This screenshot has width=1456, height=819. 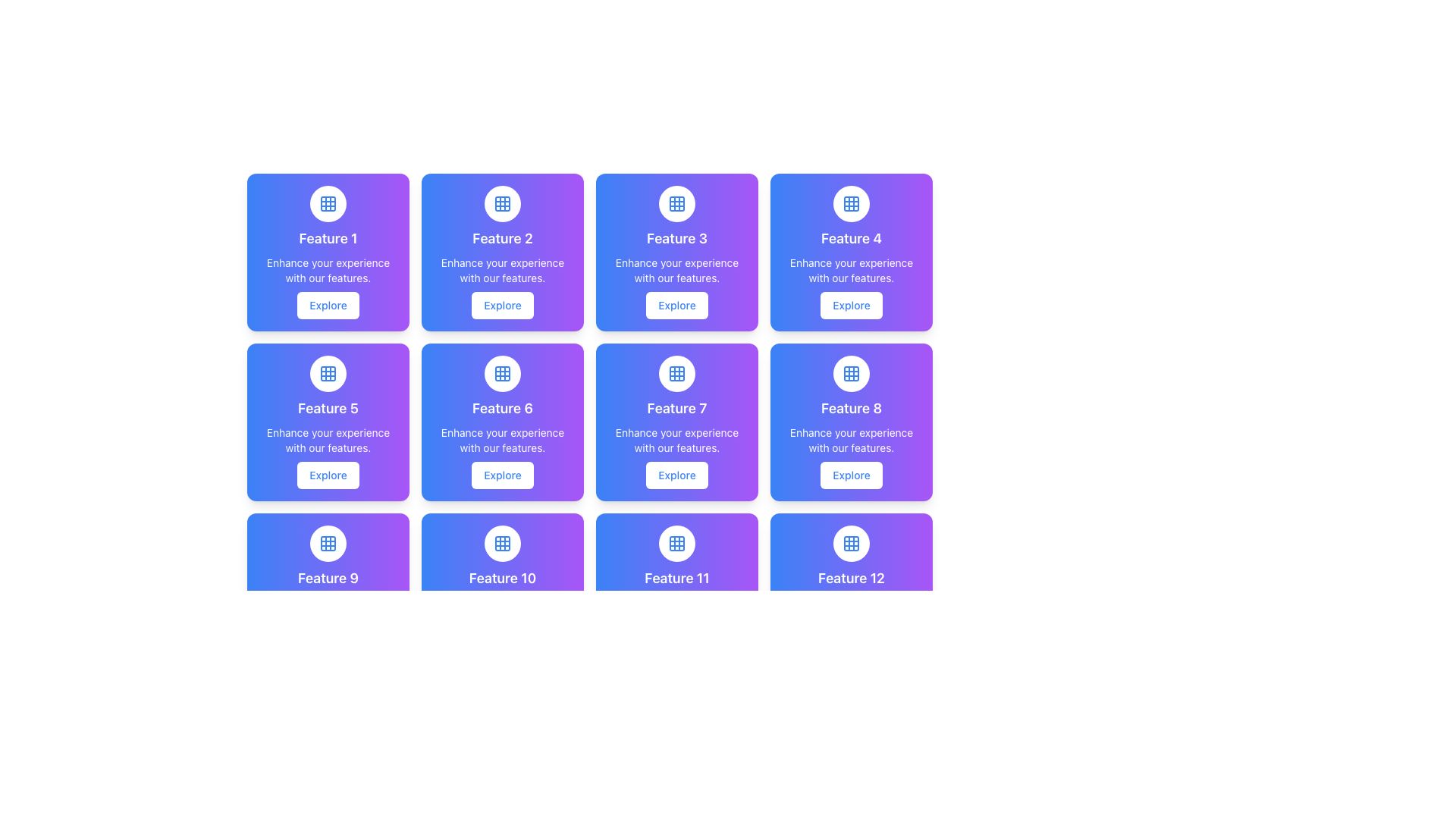 What do you see at coordinates (852, 374) in the screenshot?
I see `the grid-related icon located at the top center of the card labeled 'Feature 8', which is positioned in the second row, fourth column of a 4x3 grid layout` at bounding box center [852, 374].